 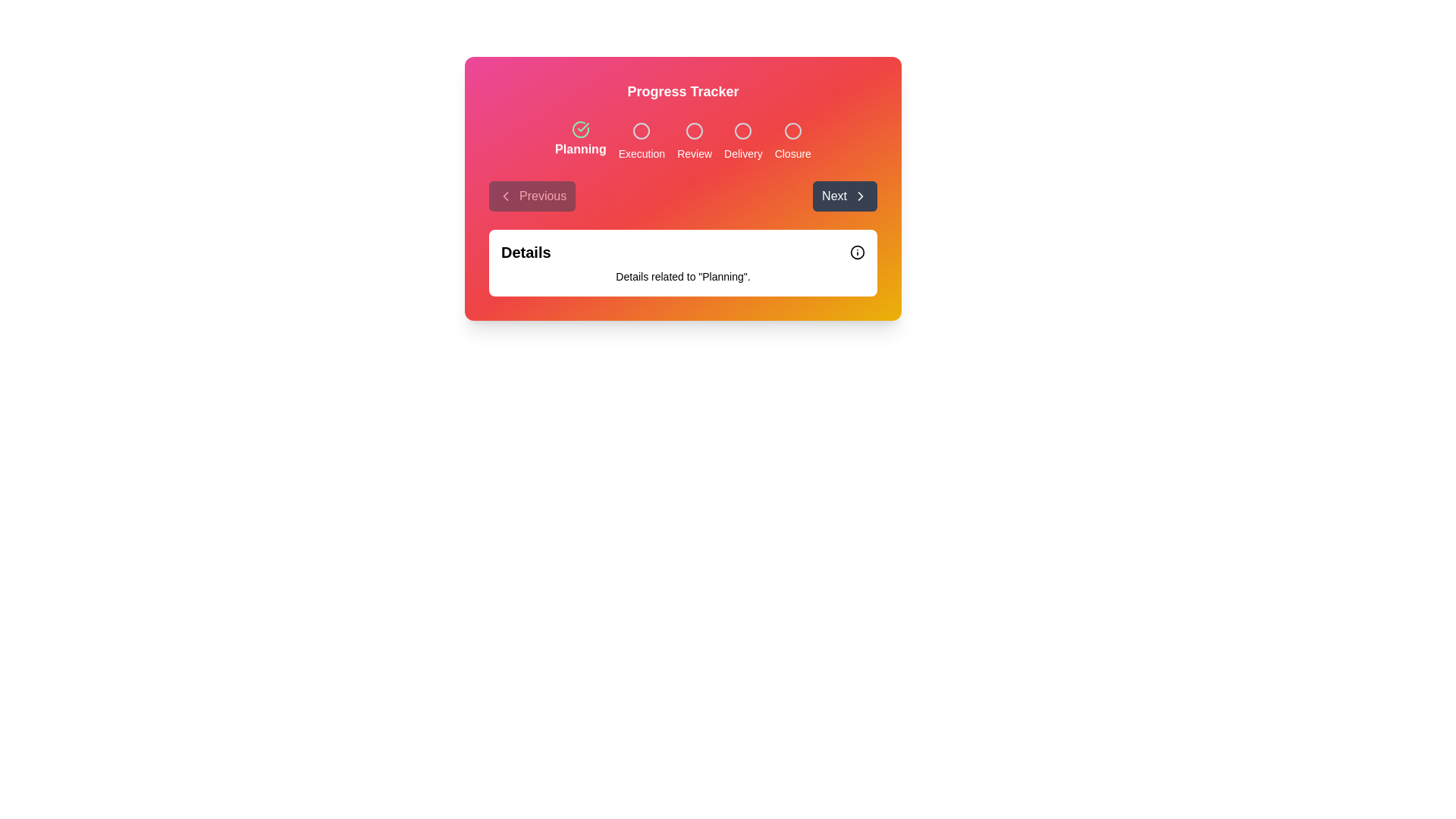 What do you see at coordinates (506, 195) in the screenshot?
I see `the left-facing chevron icon (SVG) located on the left side of the 'Previous' button to initiate navigation` at bounding box center [506, 195].